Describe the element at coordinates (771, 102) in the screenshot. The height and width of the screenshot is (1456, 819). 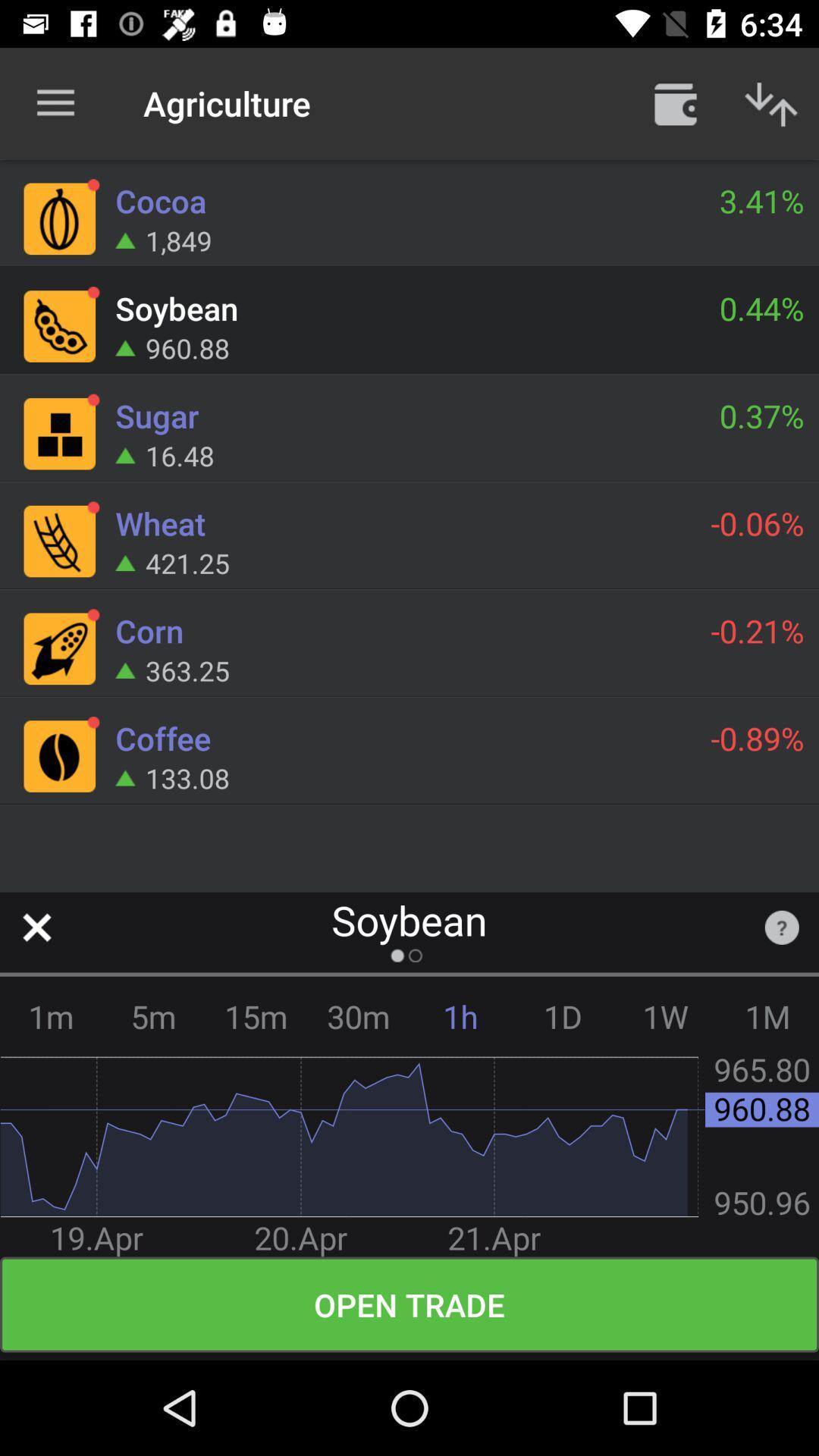
I see `change low to high` at that location.